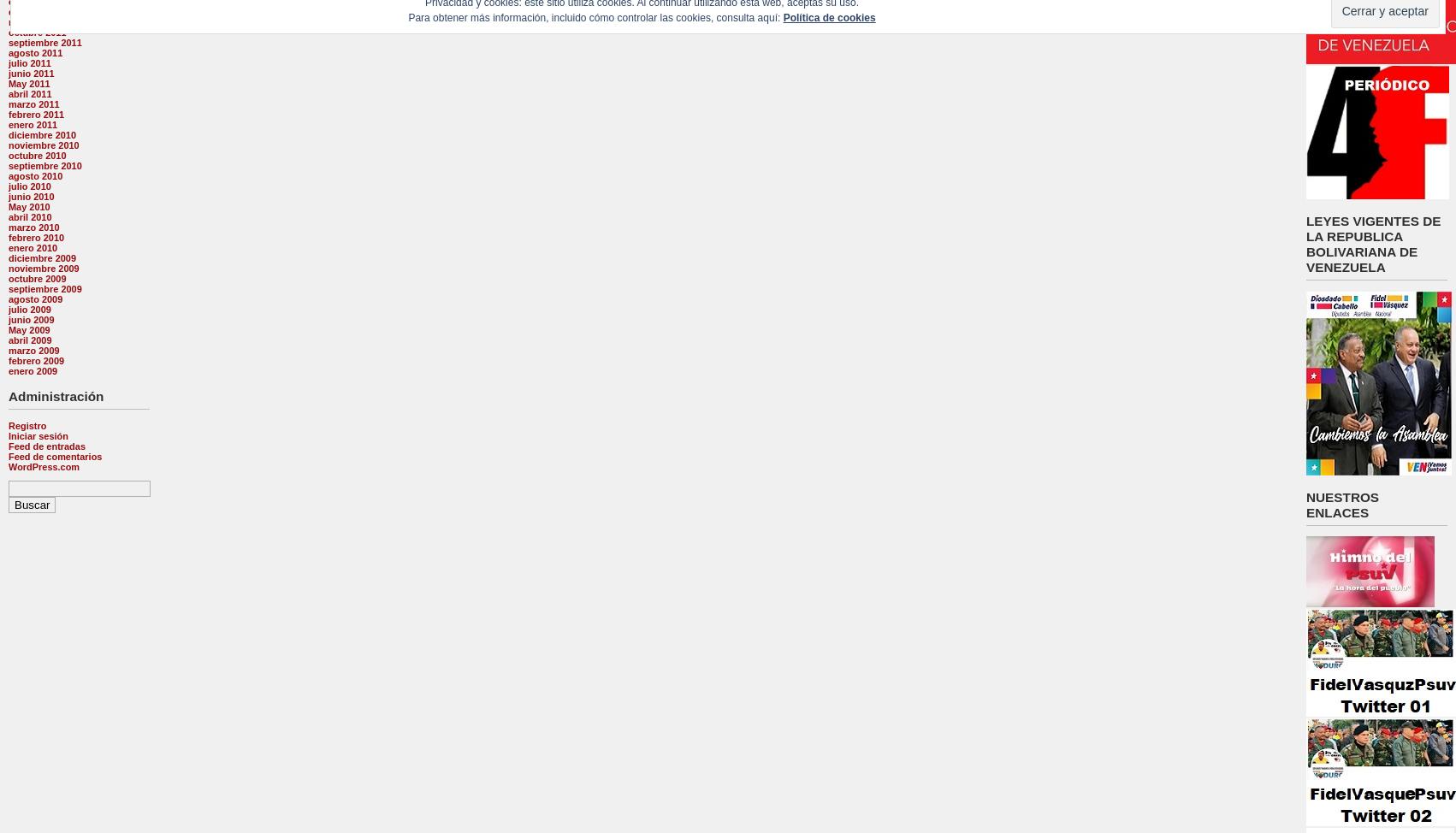  What do you see at coordinates (33, 246) in the screenshot?
I see `'enero 2010'` at bounding box center [33, 246].